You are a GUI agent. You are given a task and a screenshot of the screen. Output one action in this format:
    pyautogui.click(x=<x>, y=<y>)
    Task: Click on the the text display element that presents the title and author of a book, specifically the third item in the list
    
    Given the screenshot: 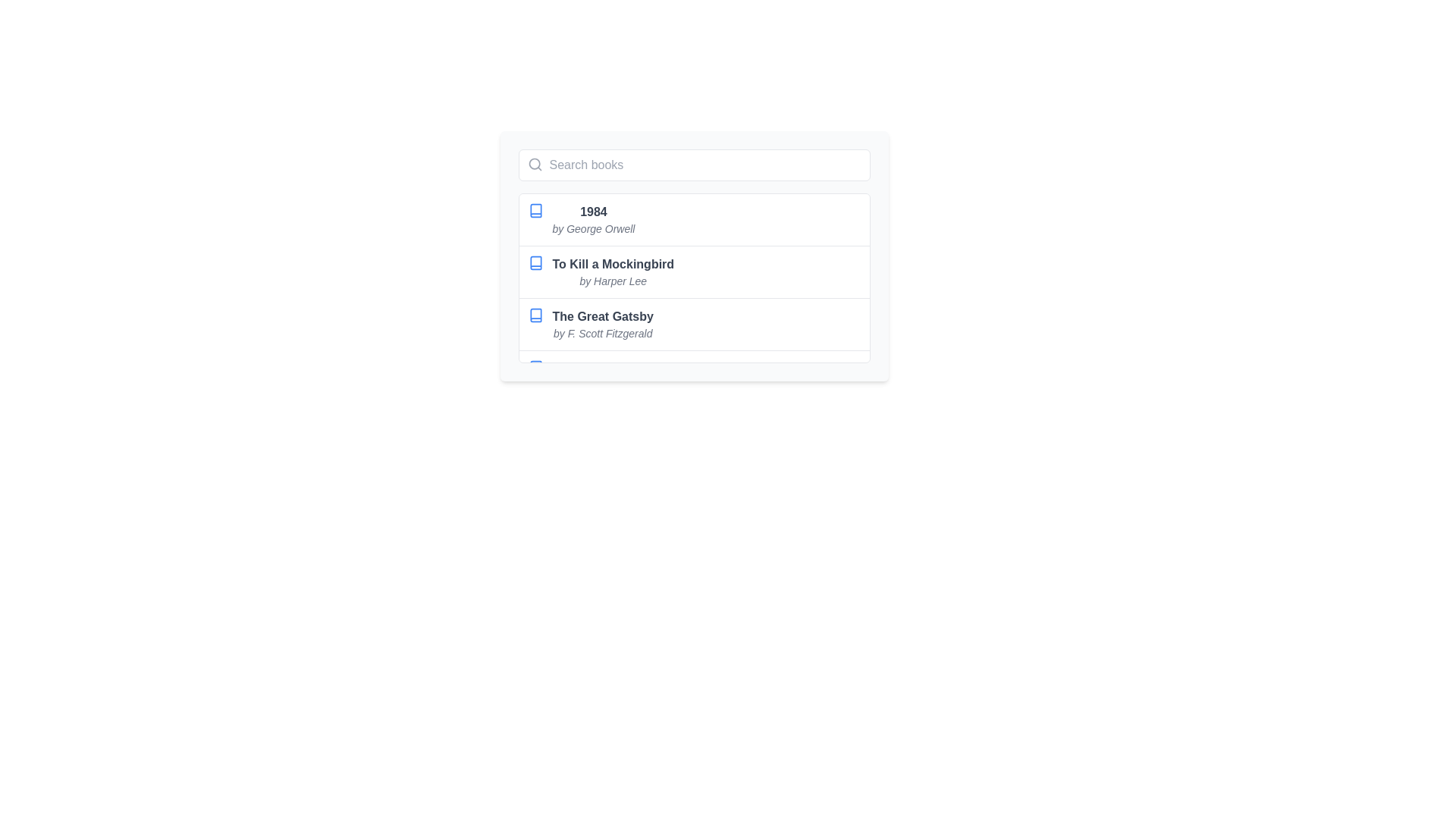 What is the action you would take?
    pyautogui.click(x=602, y=324)
    